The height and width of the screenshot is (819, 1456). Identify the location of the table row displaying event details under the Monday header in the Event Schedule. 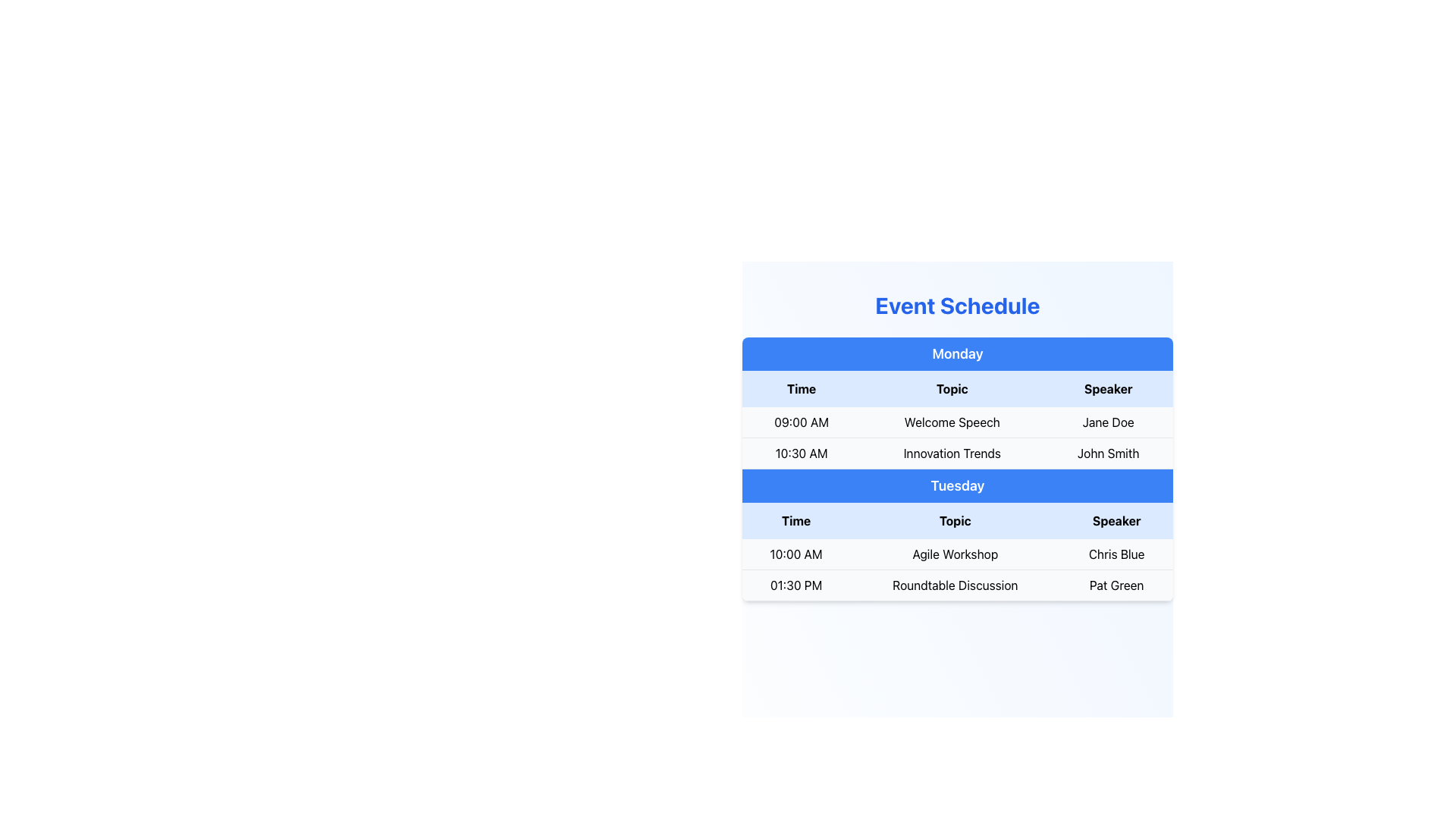
(956, 422).